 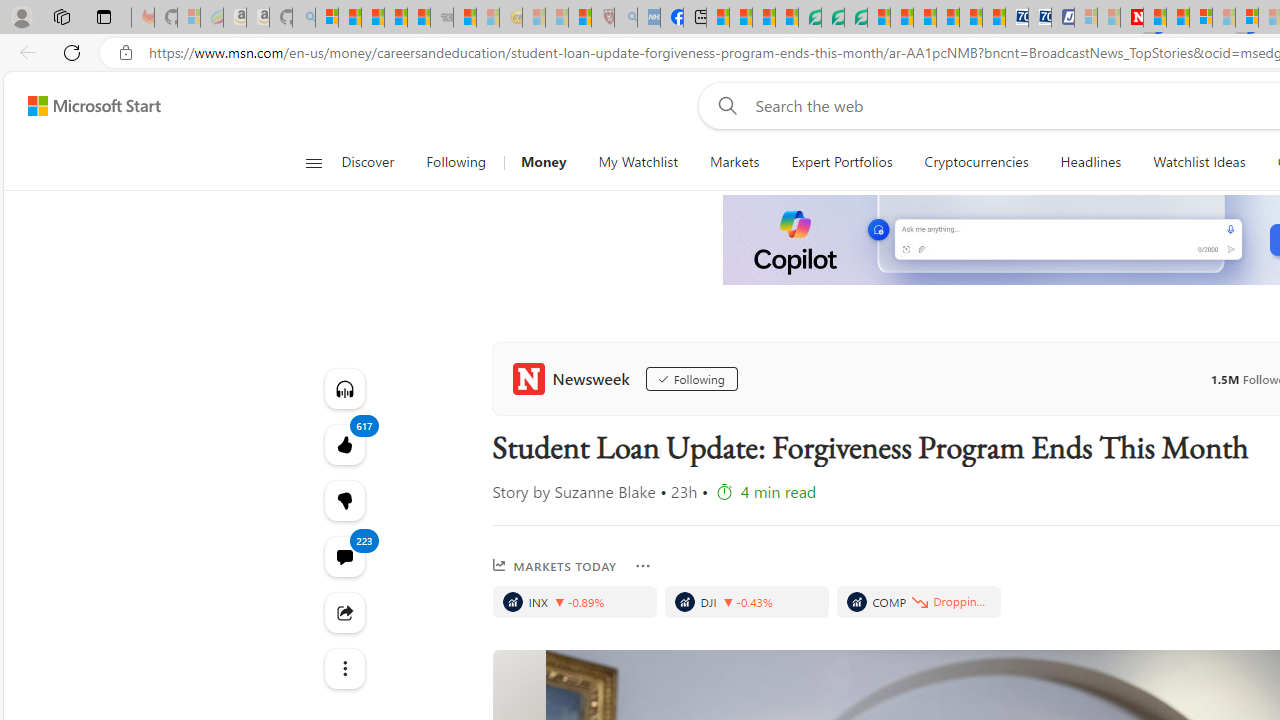 I want to click on '617 Like', so click(x=344, y=443).